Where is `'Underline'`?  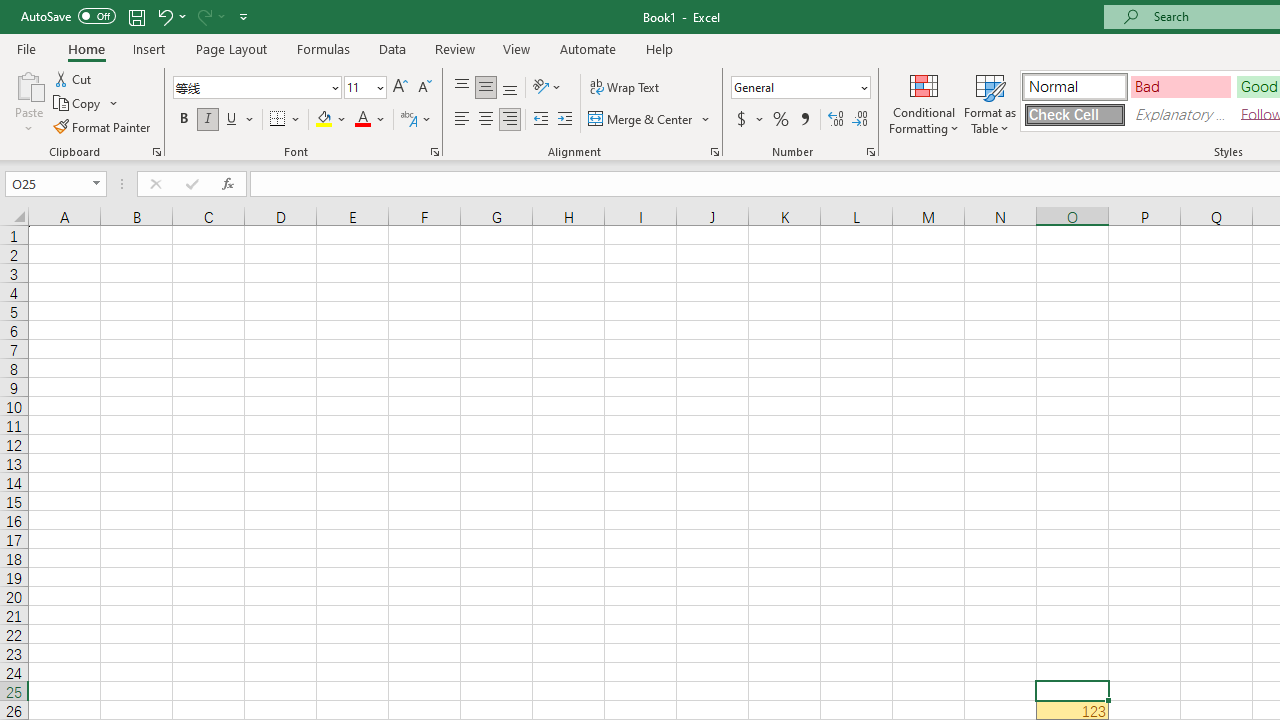
'Underline' is located at coordinates (232, 119).